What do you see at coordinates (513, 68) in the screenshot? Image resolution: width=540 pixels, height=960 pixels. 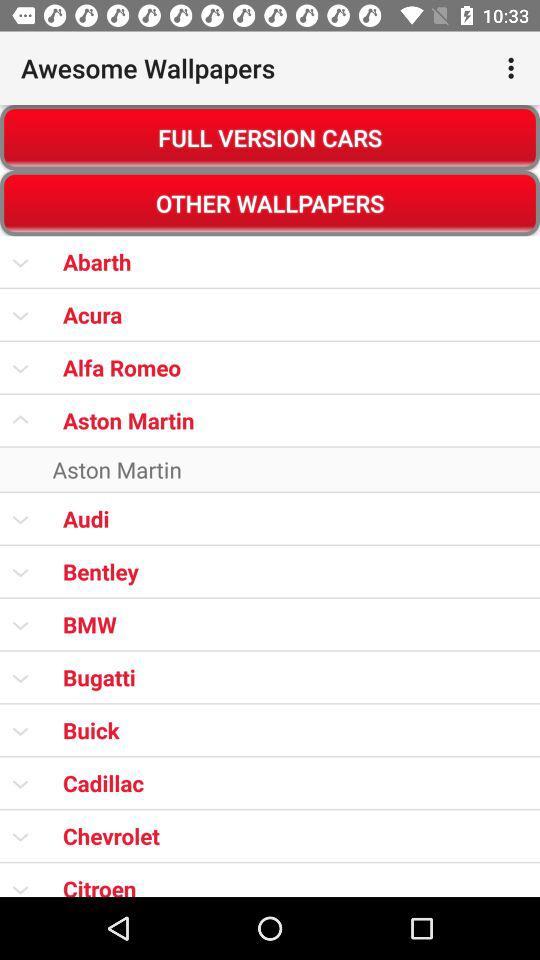 I see `icon above the full version cars icon` at bounding box center [513, 68].